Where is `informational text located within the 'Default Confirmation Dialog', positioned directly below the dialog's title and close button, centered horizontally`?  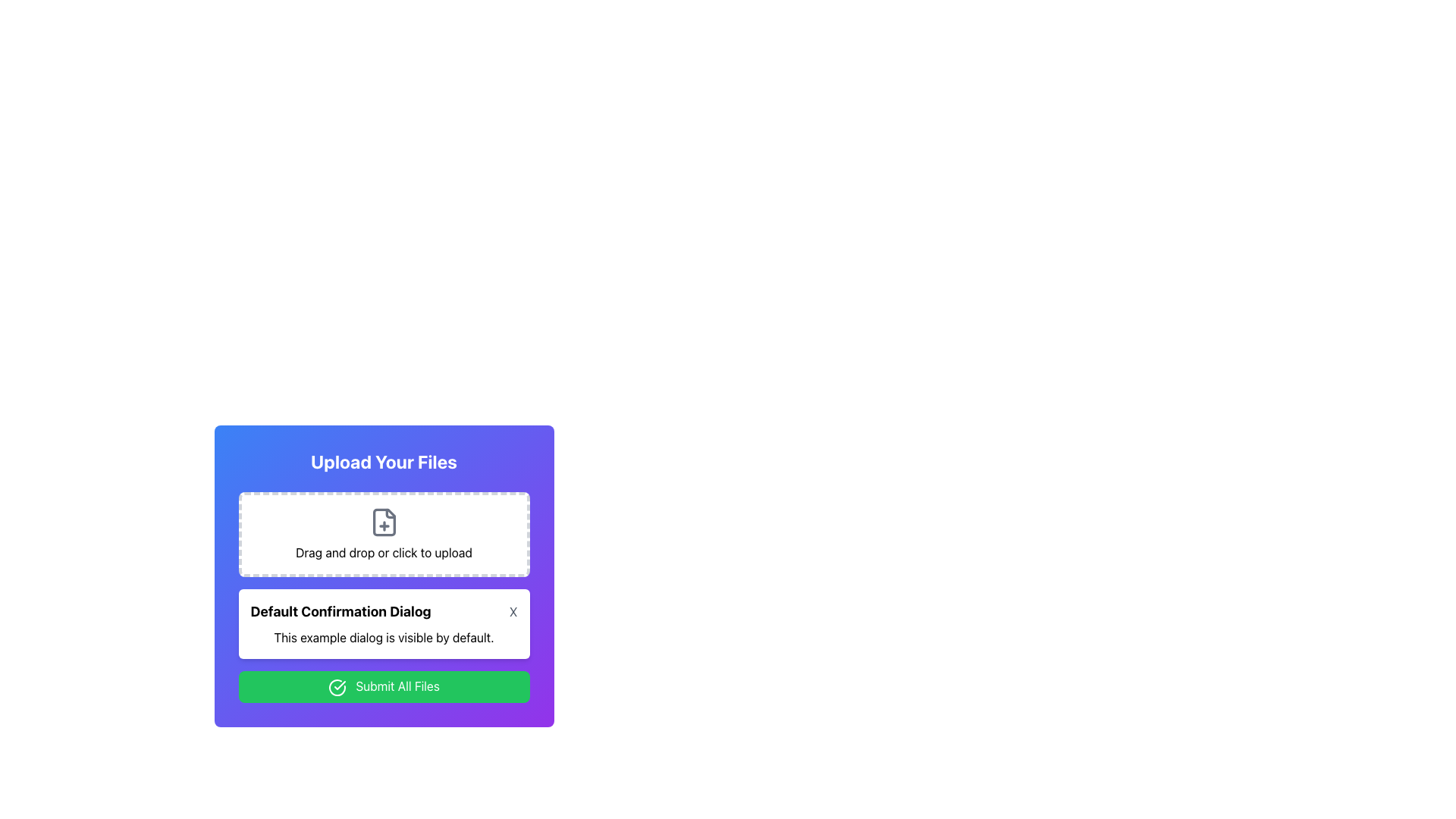 informational text located within the 'Default Confirmation Dialog', positioned directly below the dialog's title and close button, centered horizontally is located at coordinates (384, 637).